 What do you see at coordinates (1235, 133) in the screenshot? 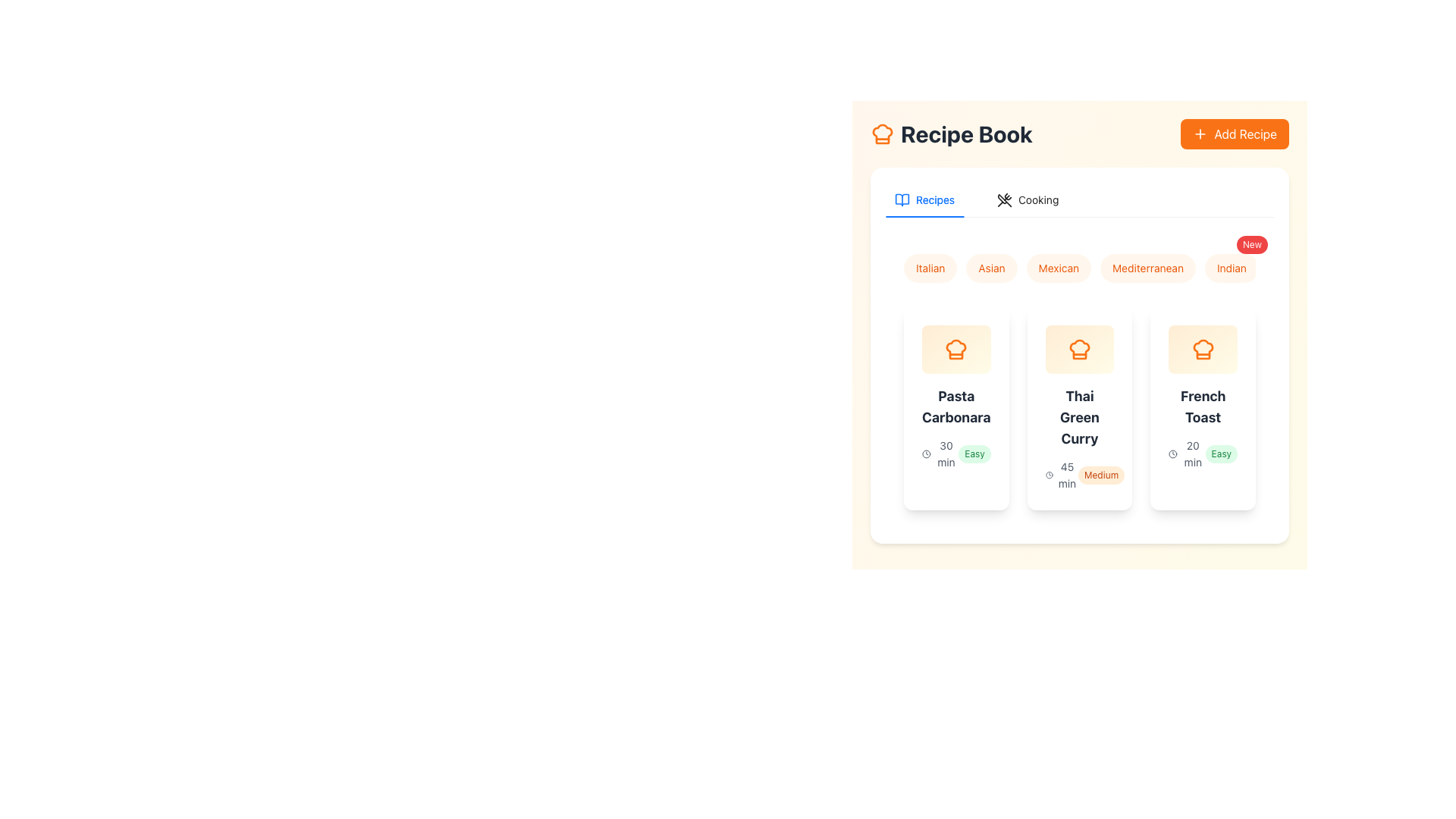
I see `the button located at the top-right corner of the 'Recipe Book' section to observe the hover effects` at bounding box center [1235, 133].